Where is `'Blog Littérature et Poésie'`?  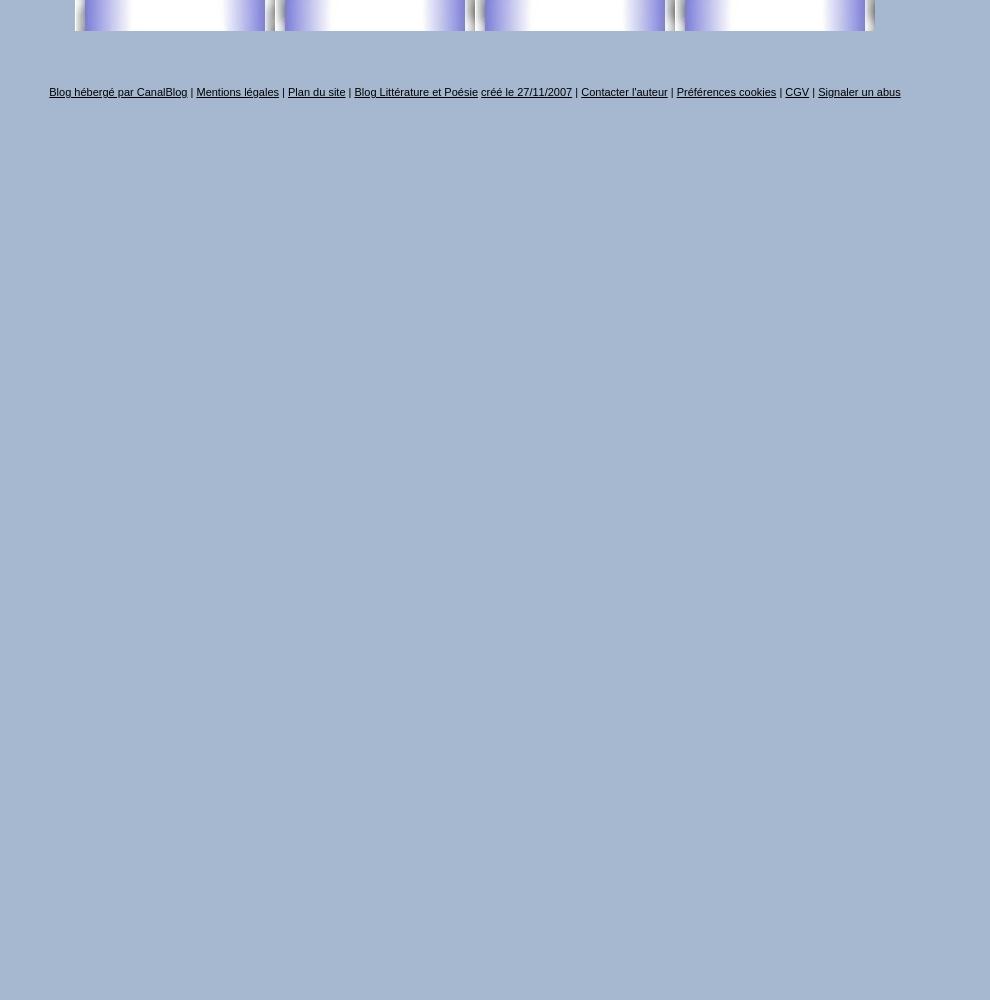
'Blog Littérature et Poésie' is located at coordinates (414, 91).